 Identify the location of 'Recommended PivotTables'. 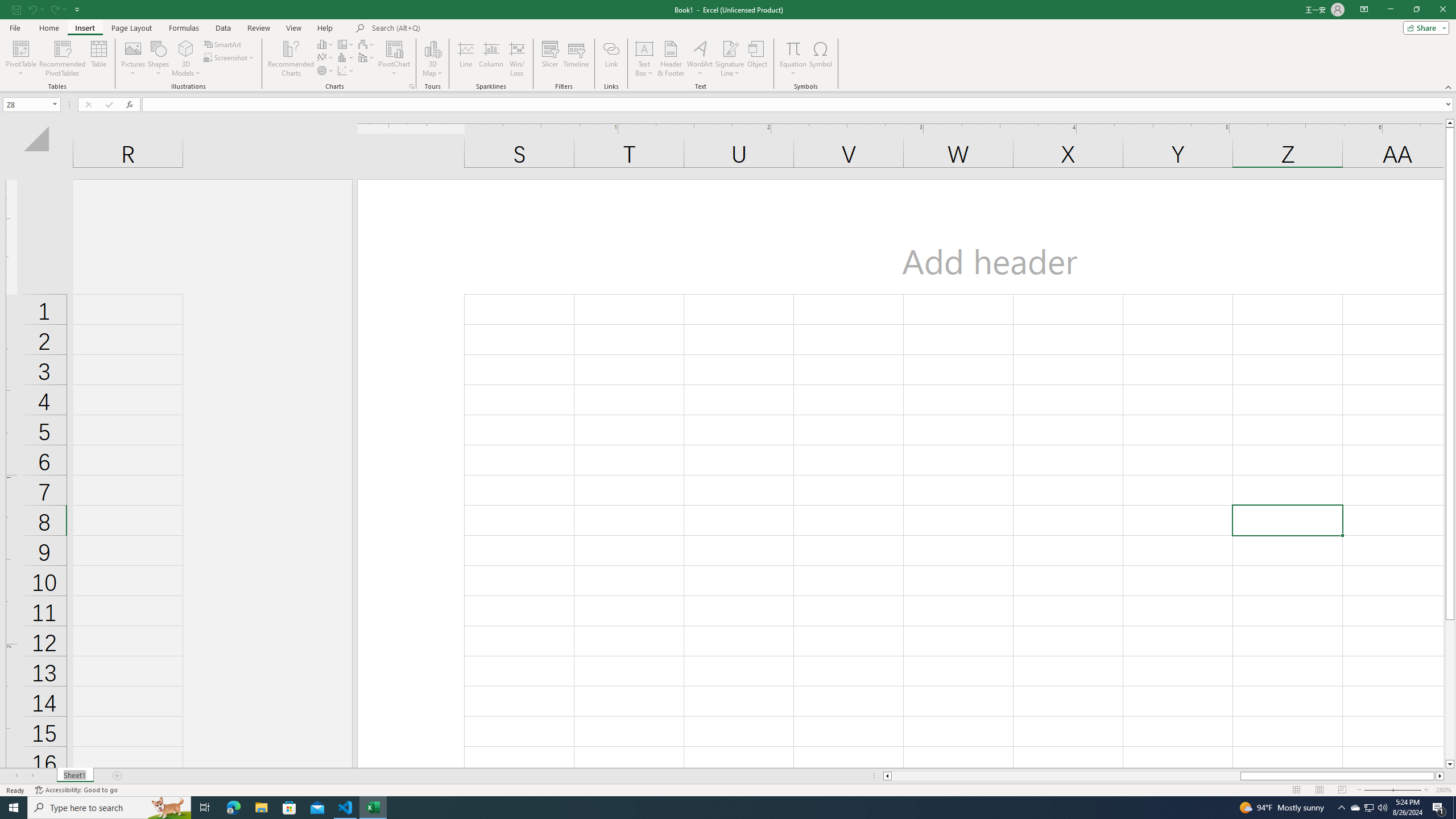
(63, 59).